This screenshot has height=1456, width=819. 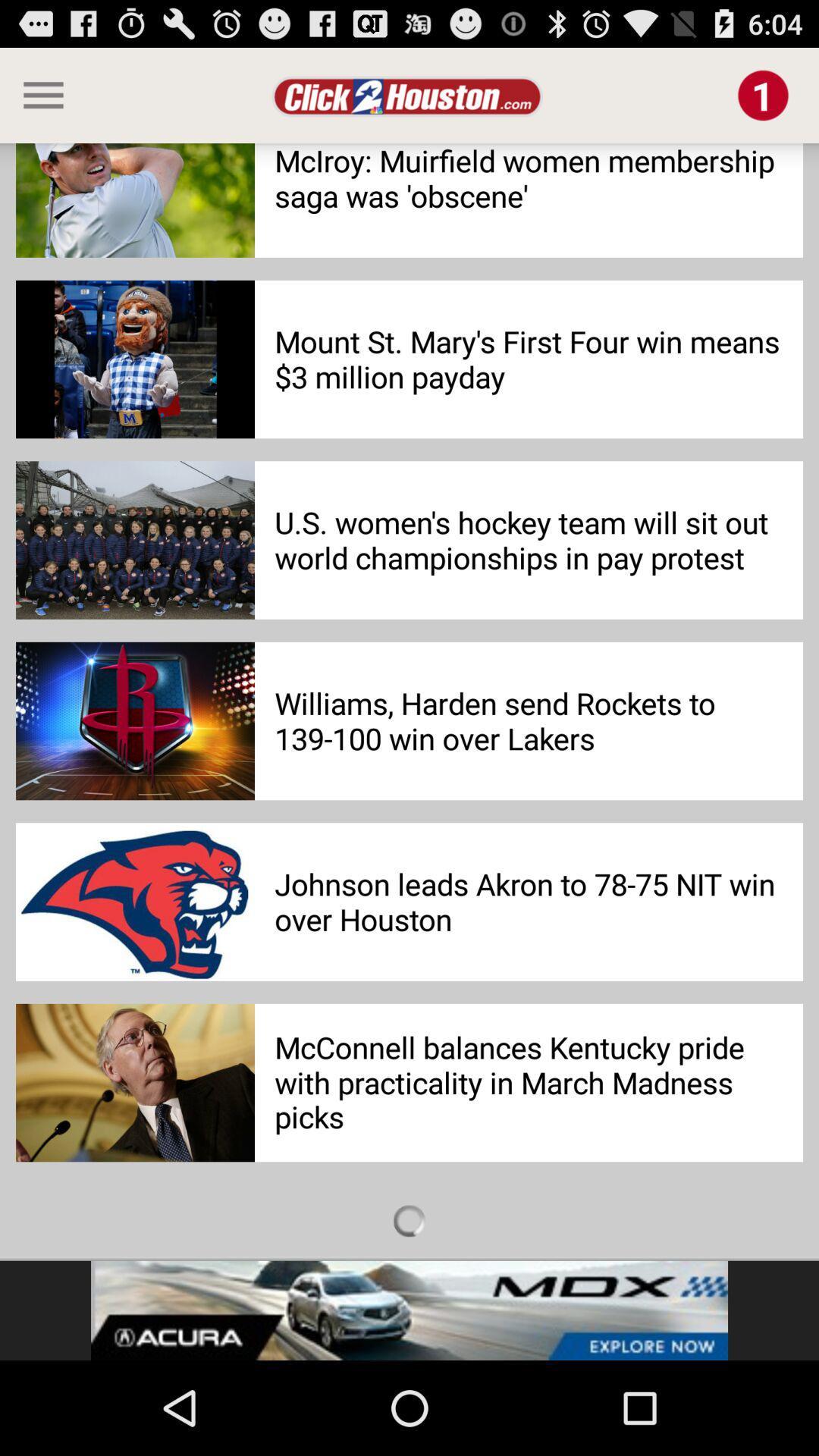 I want to click on the first image beside mclroy, so click(x=134, y=199).